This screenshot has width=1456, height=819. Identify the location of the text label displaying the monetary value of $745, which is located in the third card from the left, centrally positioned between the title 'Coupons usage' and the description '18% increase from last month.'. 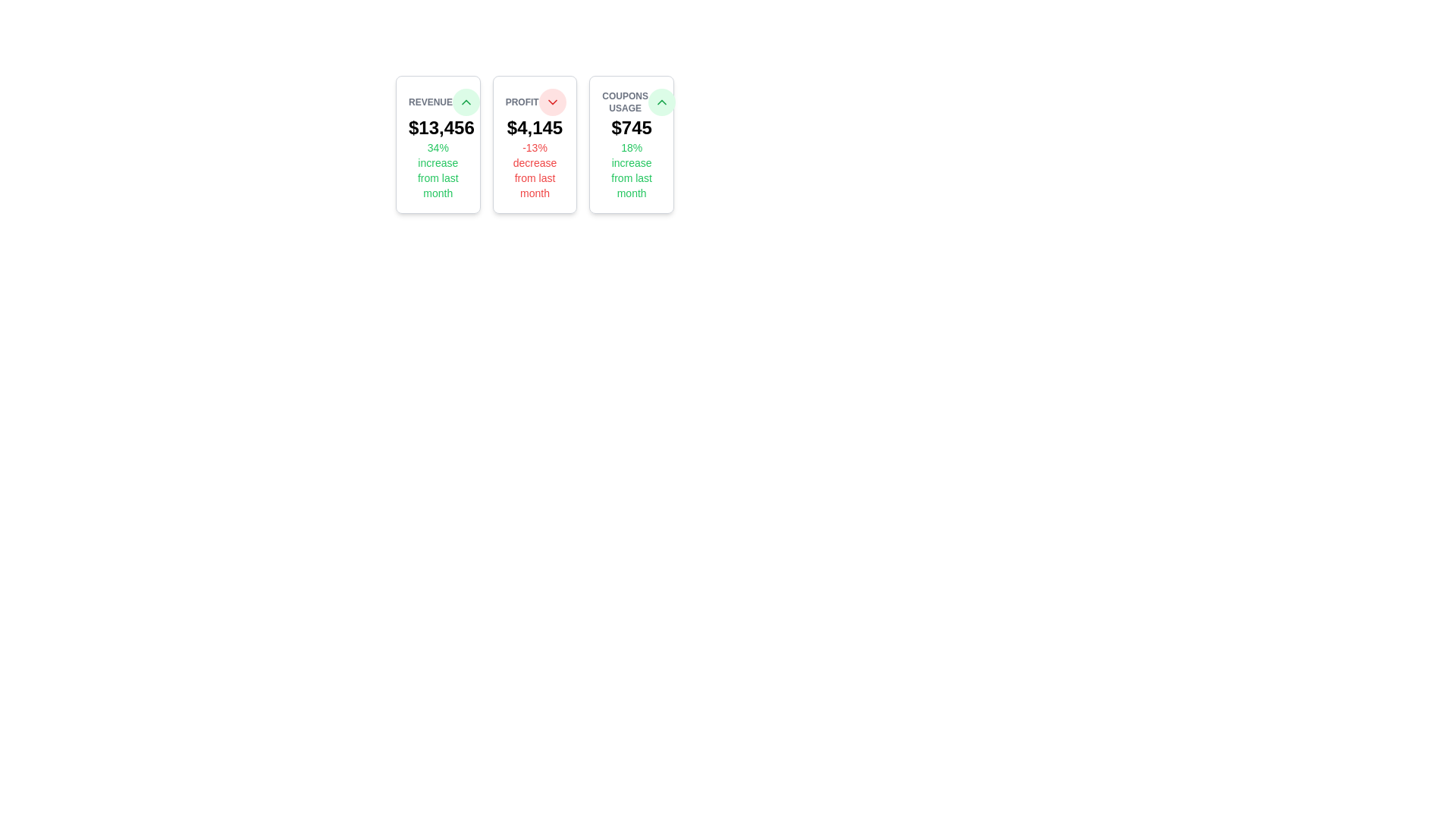
(632, 127).